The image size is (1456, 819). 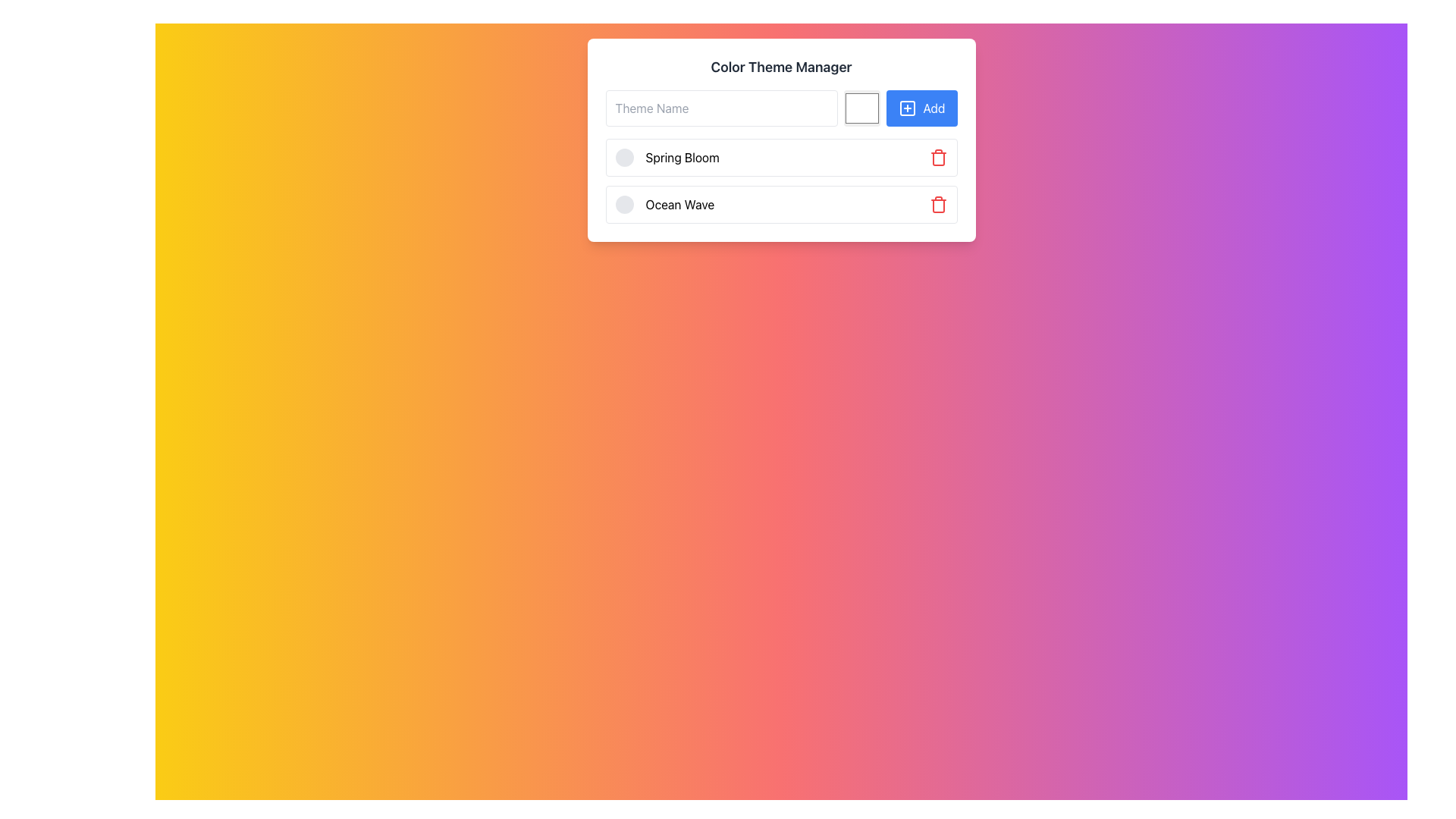 What do you see at coordinates (781, 158) in the screenshot?
I see `the center of the first List item component labeled 'Spring Bloom'` at bounding box center [781, 158].